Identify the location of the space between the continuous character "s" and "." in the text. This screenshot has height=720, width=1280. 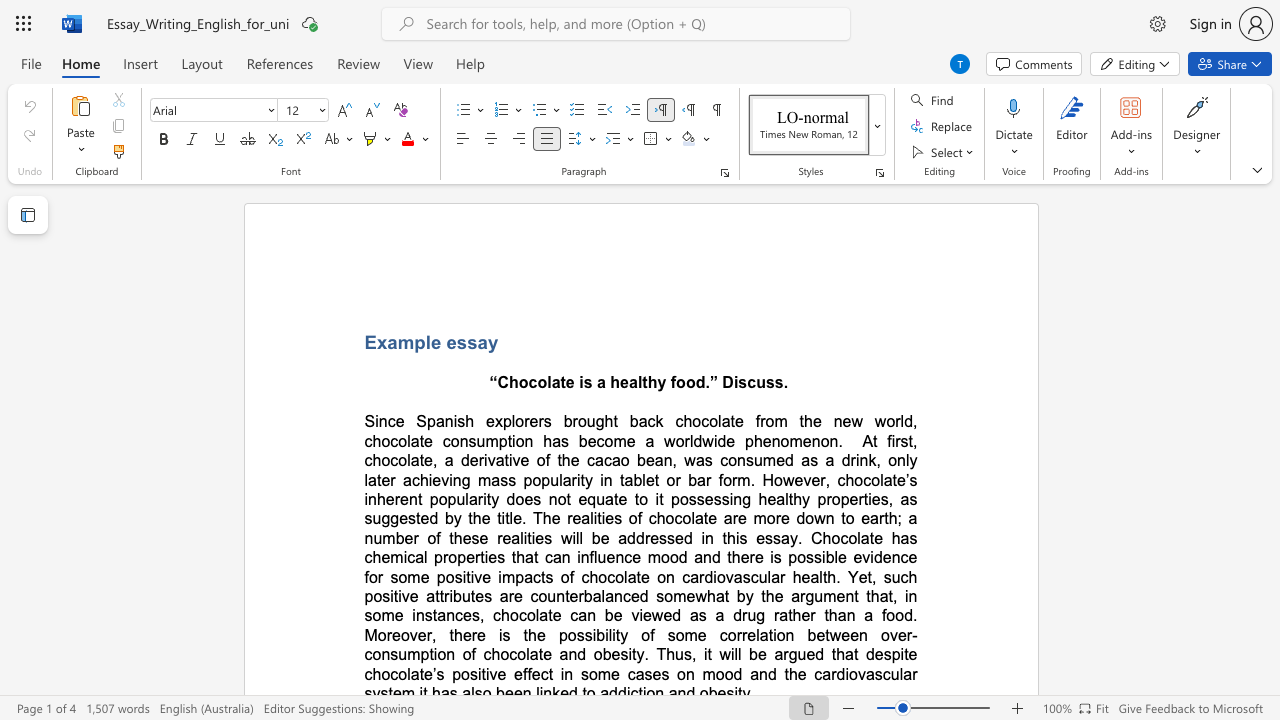
(781, 382).